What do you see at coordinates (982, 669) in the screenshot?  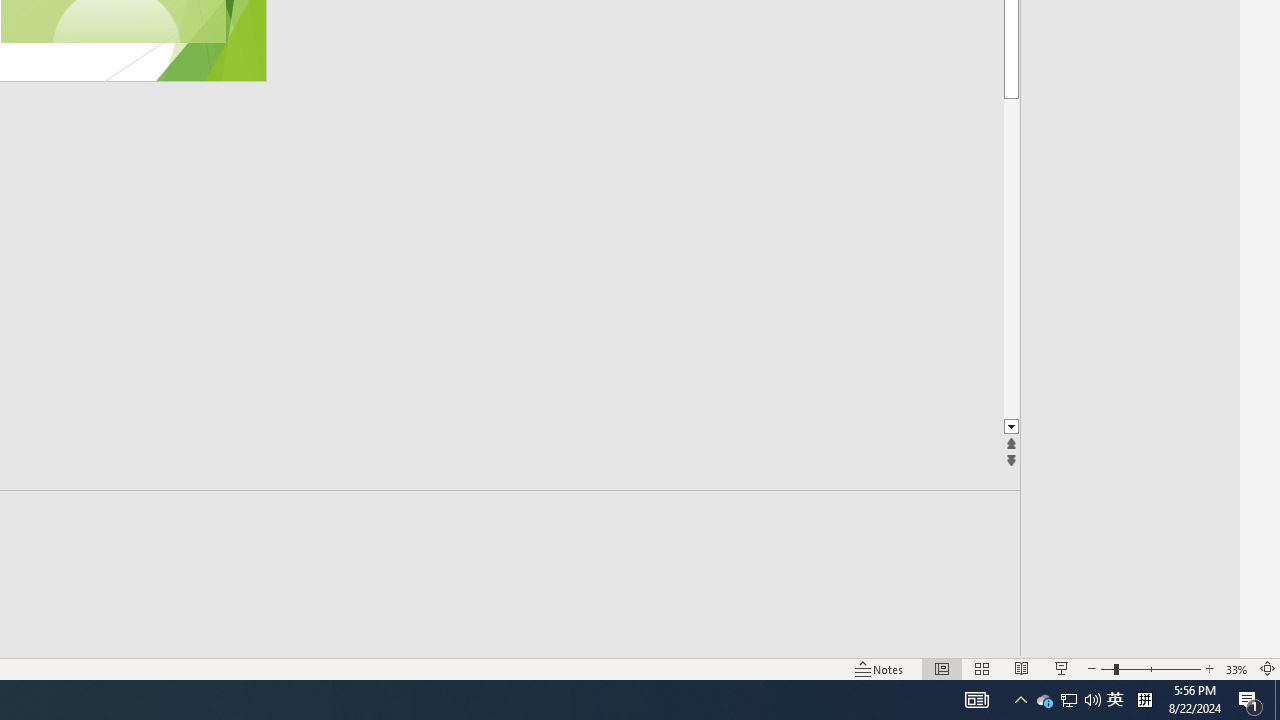 I see `'Slide Sorter'` at bounding box center [982, 669].